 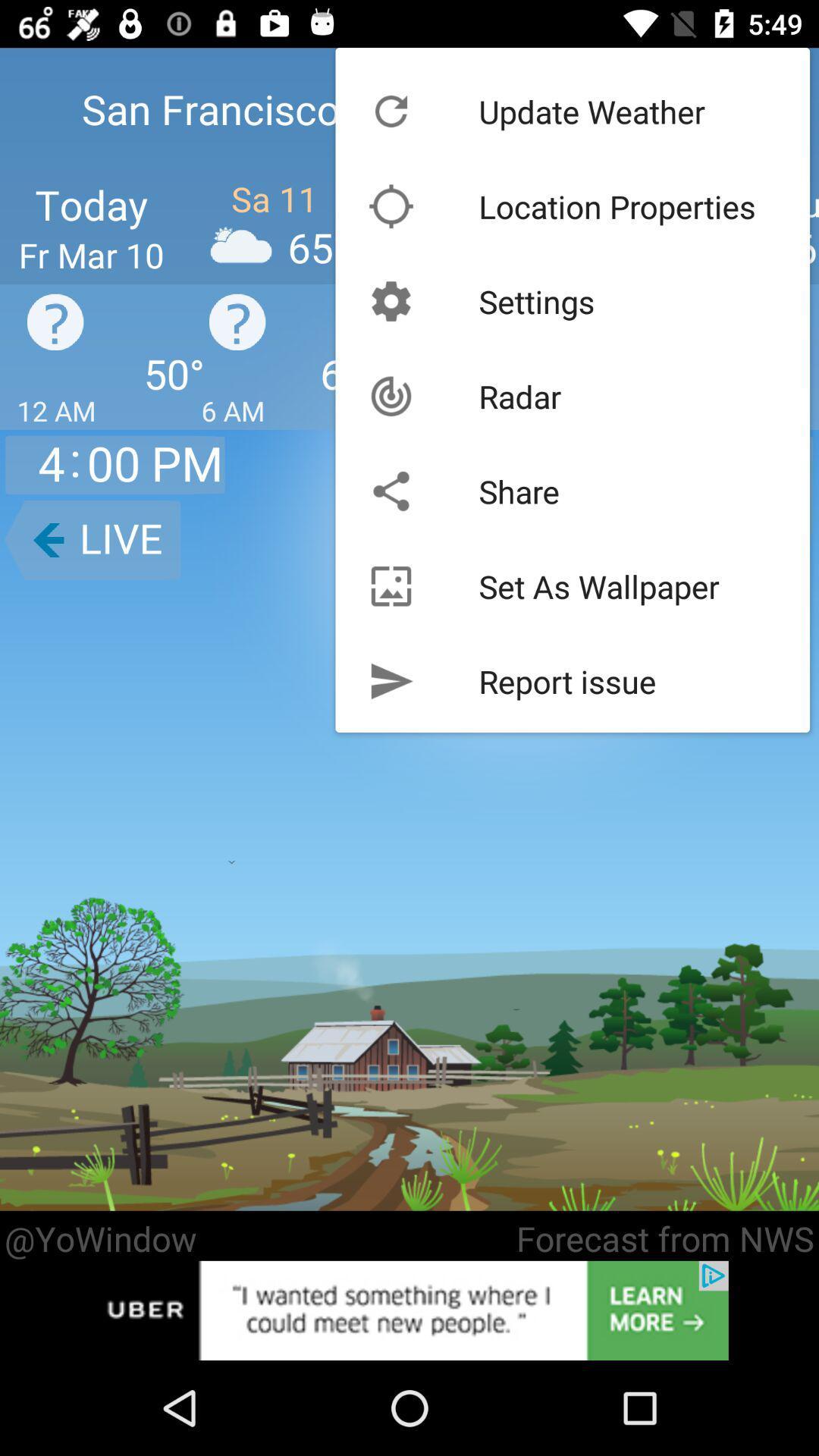 I want to click on the update weather icon, so click(x=591, y=111).